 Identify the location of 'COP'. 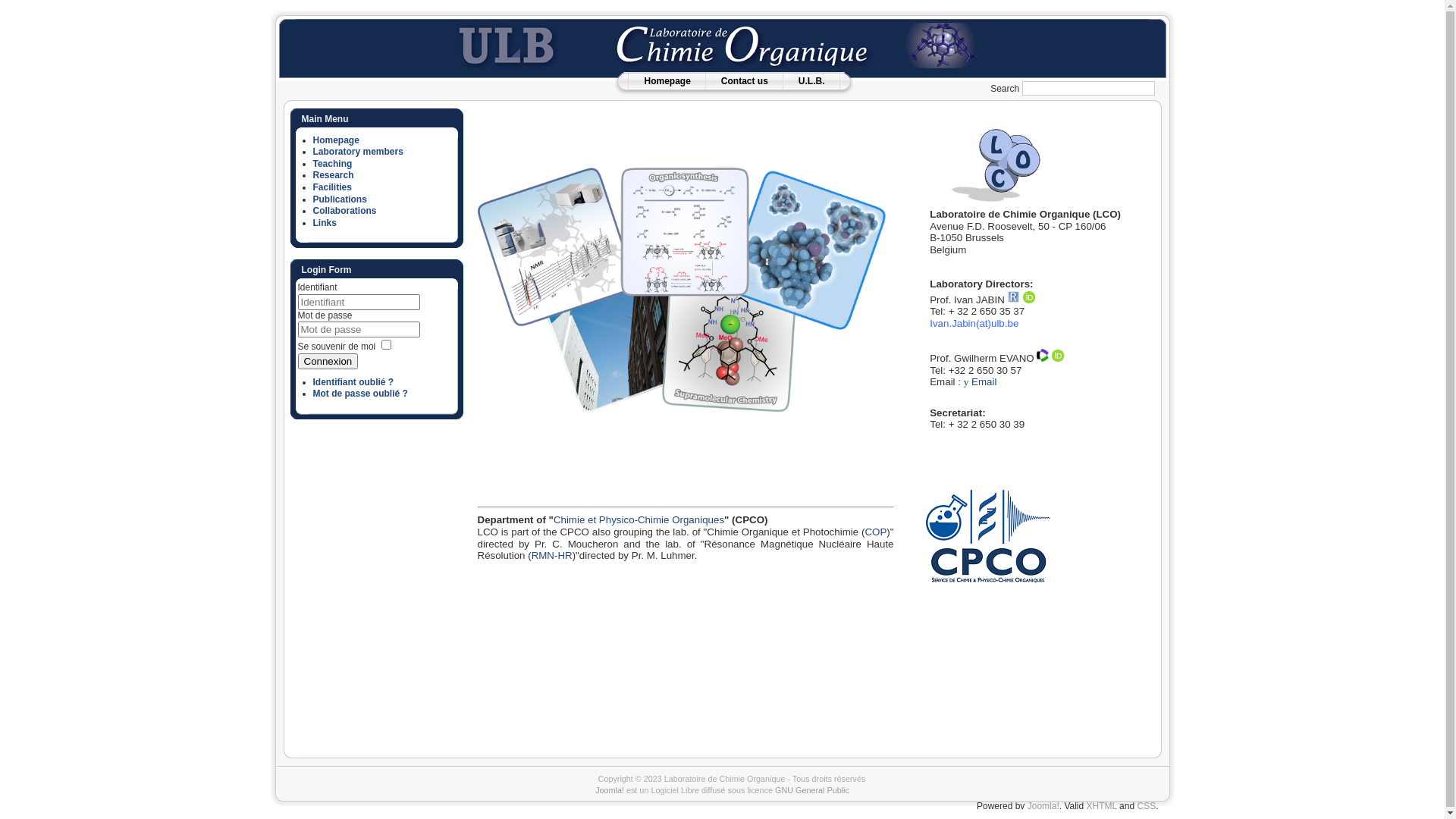
(864, 531).